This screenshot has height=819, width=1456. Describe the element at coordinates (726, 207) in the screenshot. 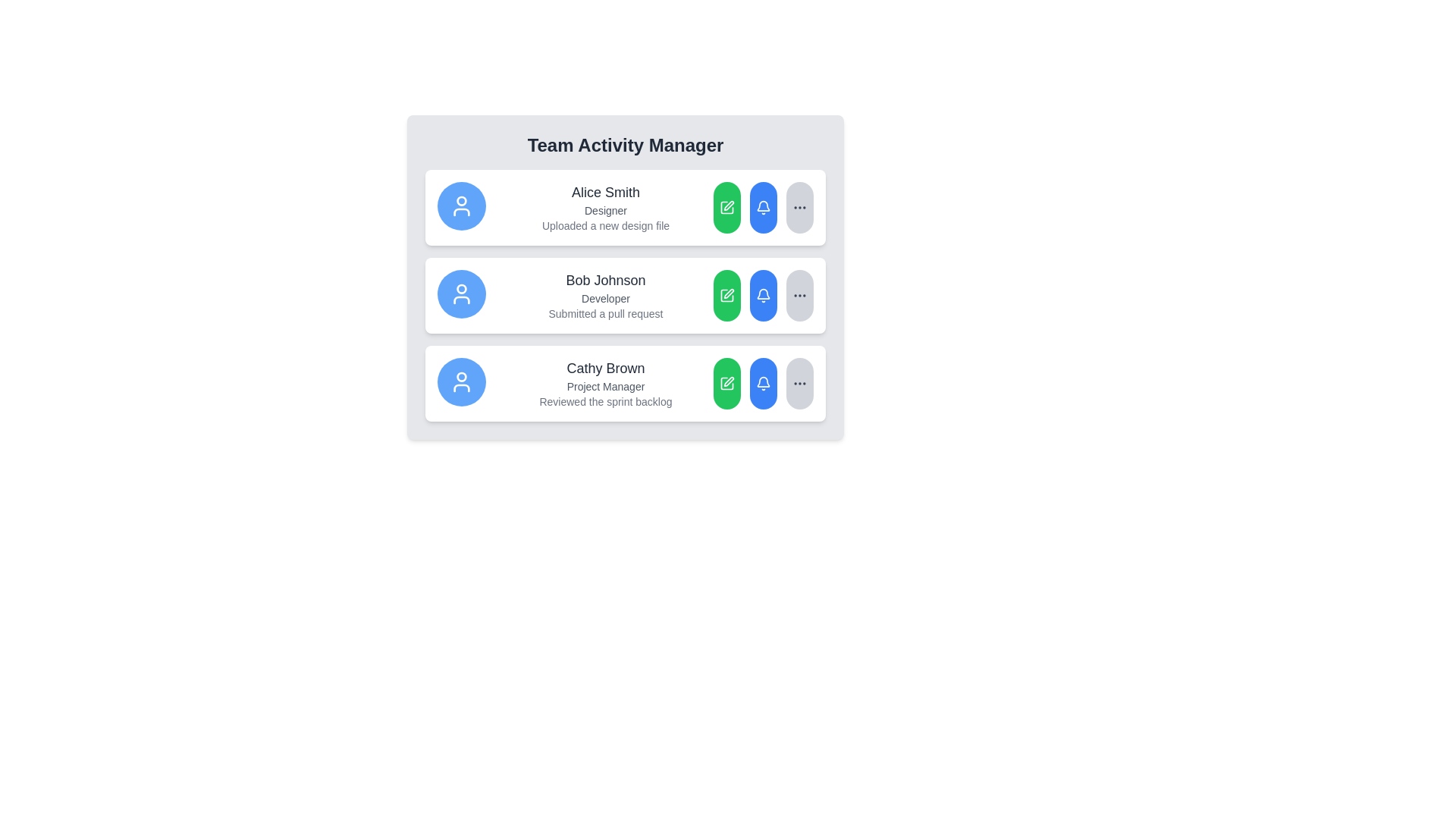

I see `the small green circular button with a pen icon that is located to the left of the bell icon and aligned with the row containing user information for 'Alice Smith'` at that location.